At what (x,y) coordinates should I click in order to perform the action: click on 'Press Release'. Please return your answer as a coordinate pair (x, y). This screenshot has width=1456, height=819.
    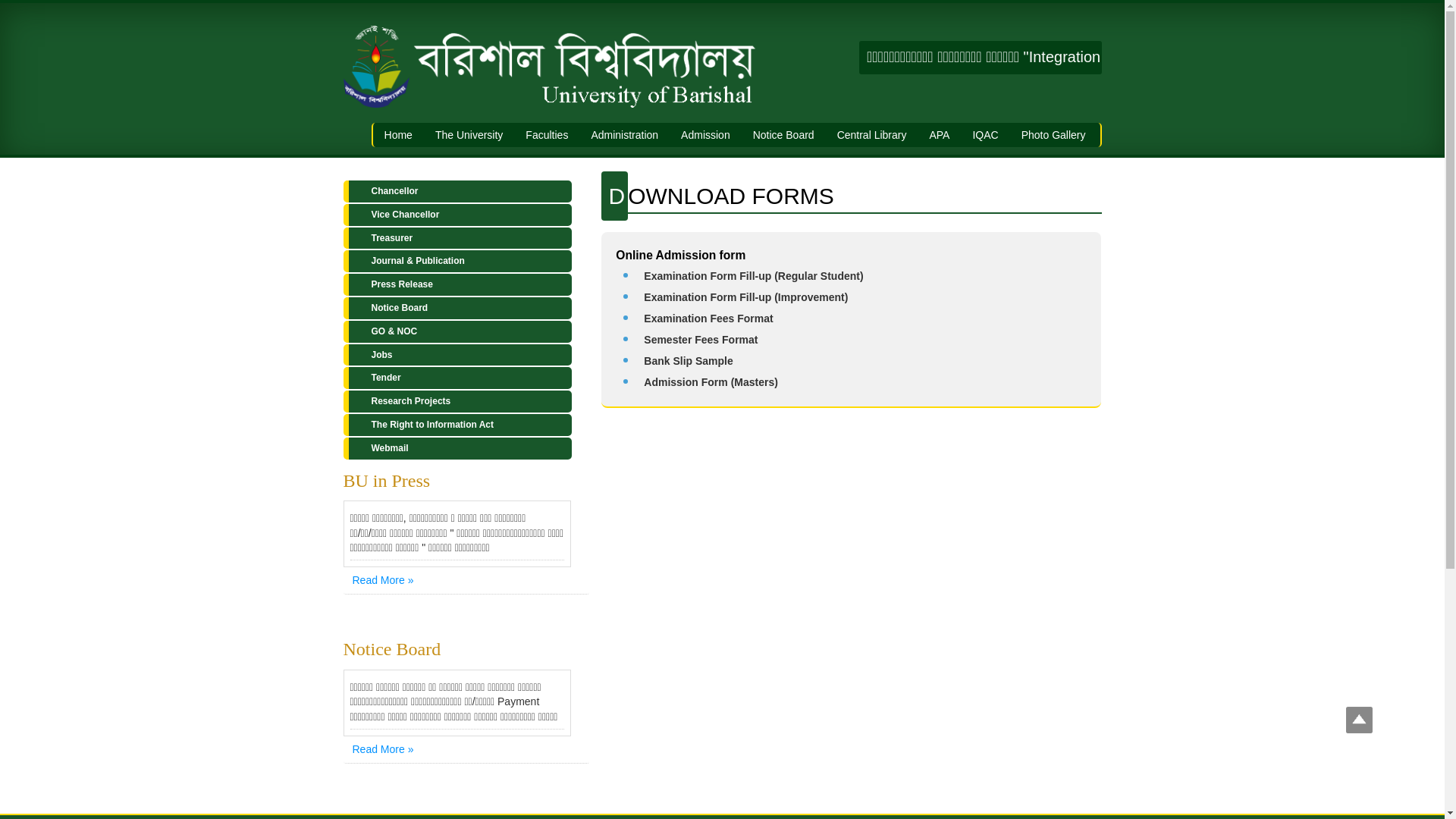
    Looking at the image, I should click on (456, 284).